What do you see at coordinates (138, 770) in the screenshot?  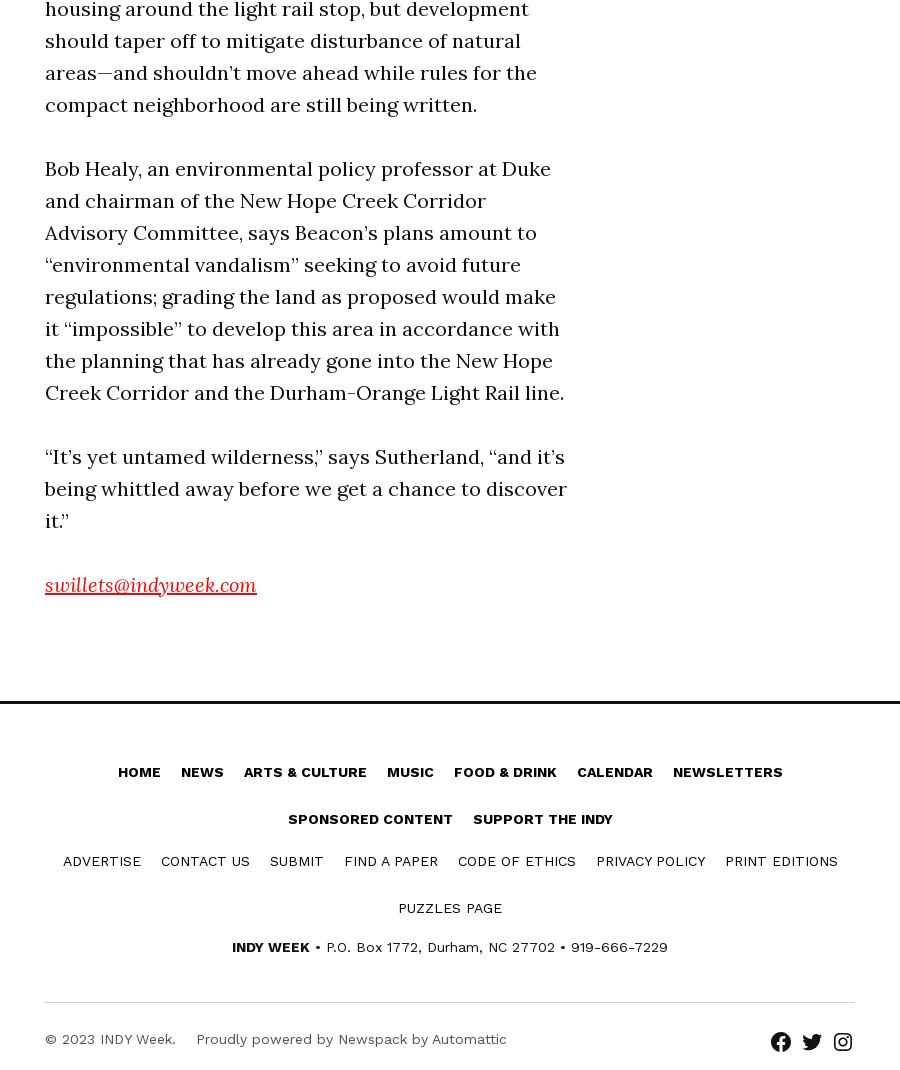 I see `'Home'` at bounding box center [138, 770].